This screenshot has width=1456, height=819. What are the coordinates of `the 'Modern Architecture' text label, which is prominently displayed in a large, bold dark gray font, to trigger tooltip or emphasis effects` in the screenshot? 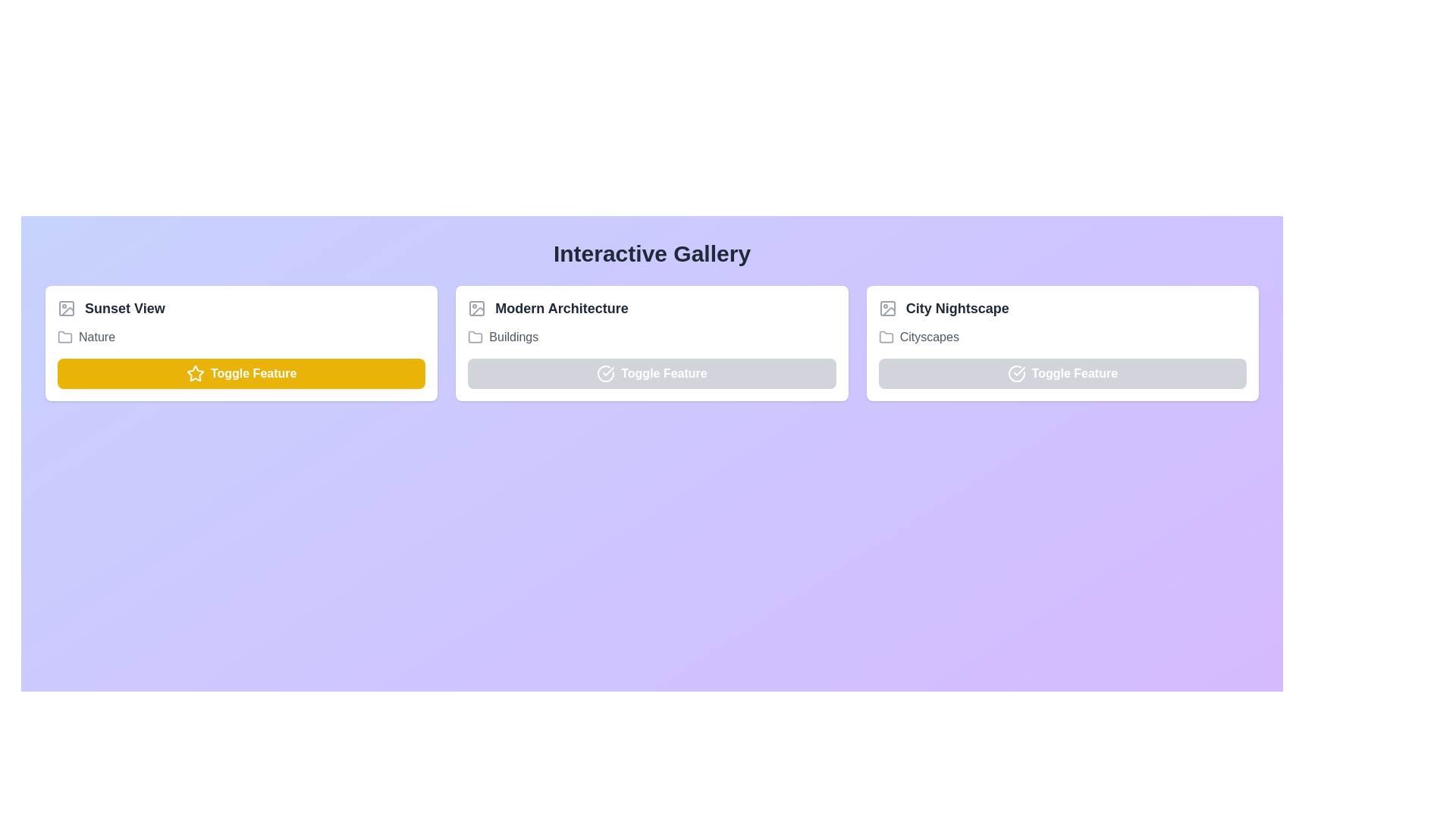 It's located at (560, 308).